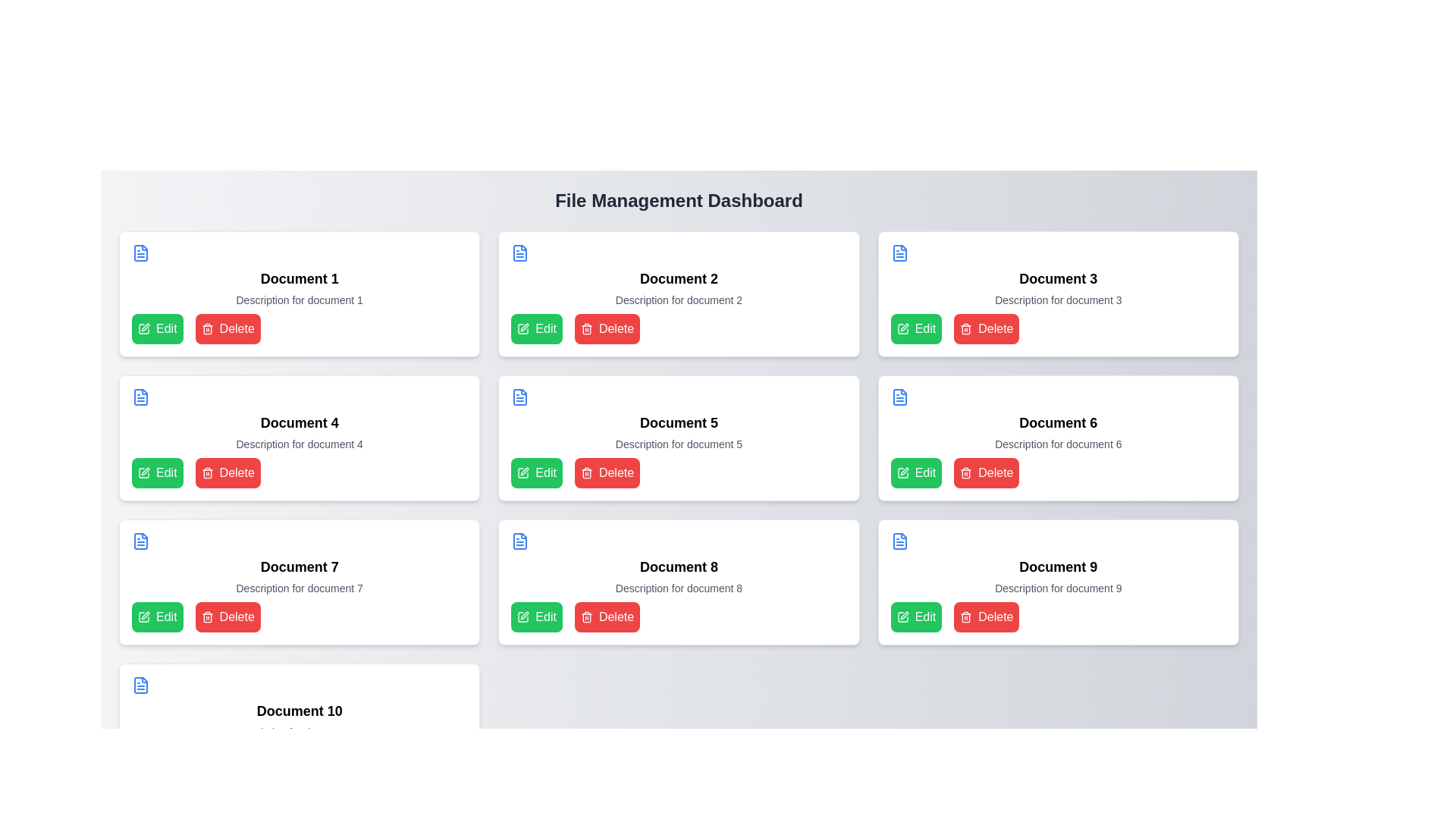  What do you see at coordinates (899, 397) in the screenshot?
I see `the document icon located at the top-left corner of the 'Document 6' card` at bounding box center [899, 397].